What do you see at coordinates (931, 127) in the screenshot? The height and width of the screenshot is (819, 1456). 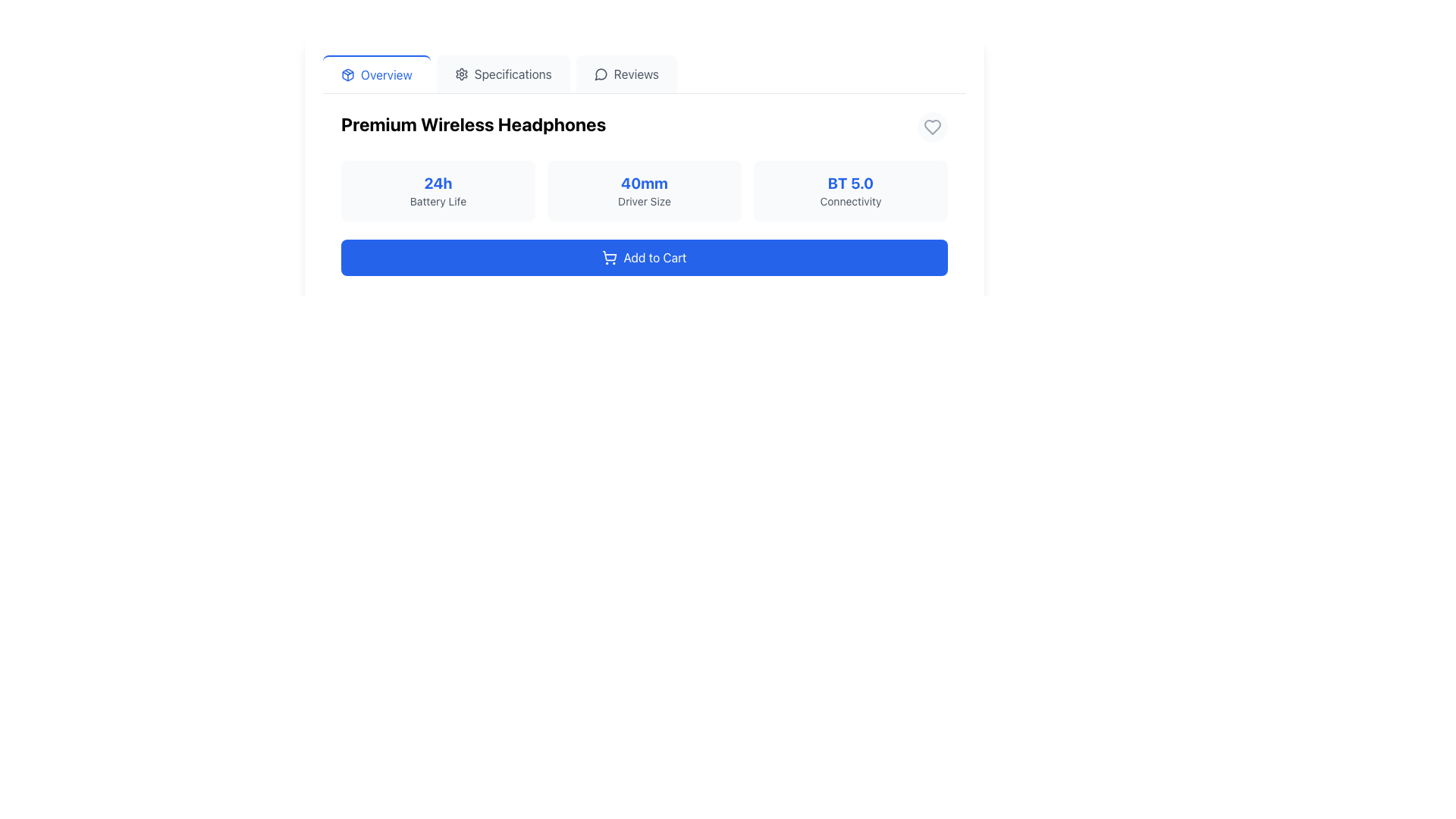 I see `the heart-shaped icon located in the top-right corner of the interface` at bounding box center [931, 127].